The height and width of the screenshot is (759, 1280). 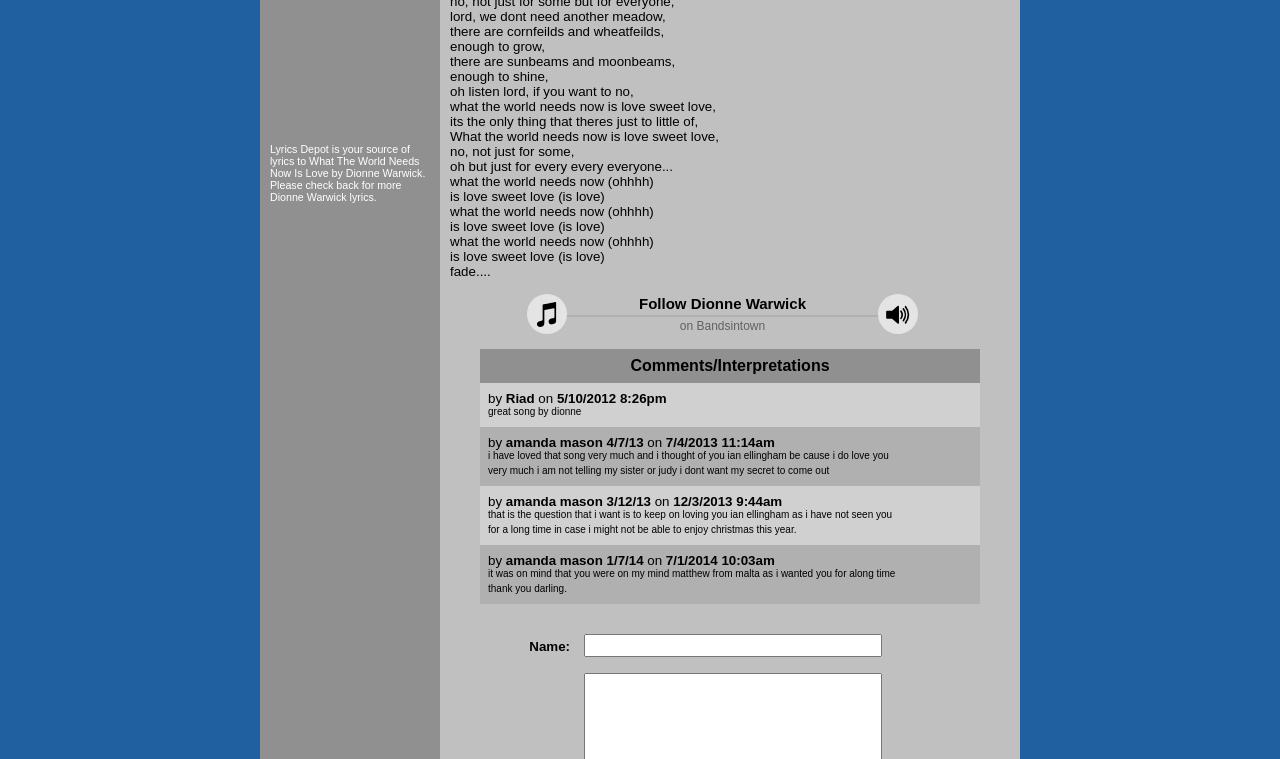 I want to click on 'what the world needs now is love sweet love,', so click(x=581, y=105).